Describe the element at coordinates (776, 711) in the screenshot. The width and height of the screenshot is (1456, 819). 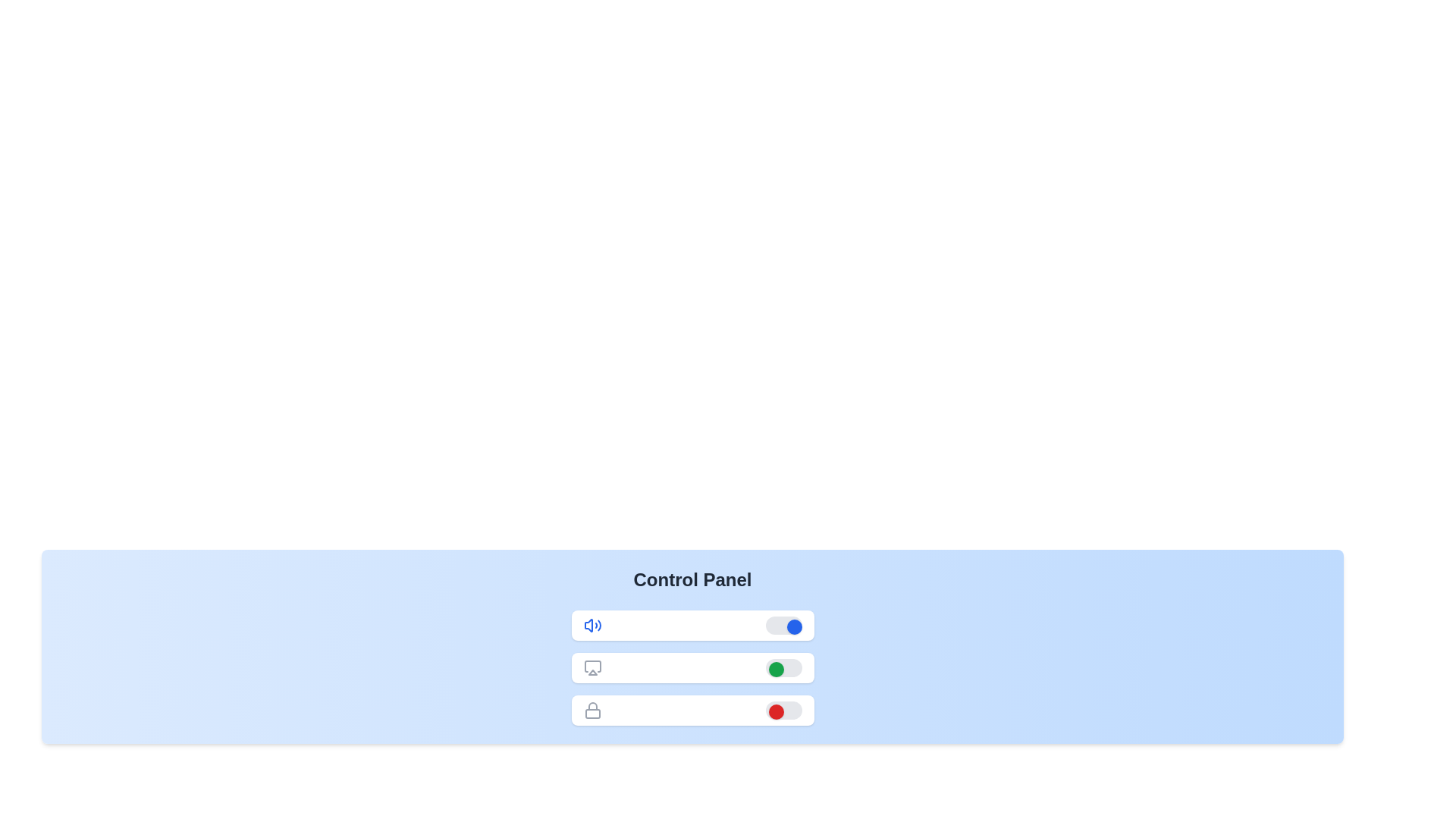
I see `the toggle indicator on the right side of the third toggle switch in the control panel to switch states` at that location.